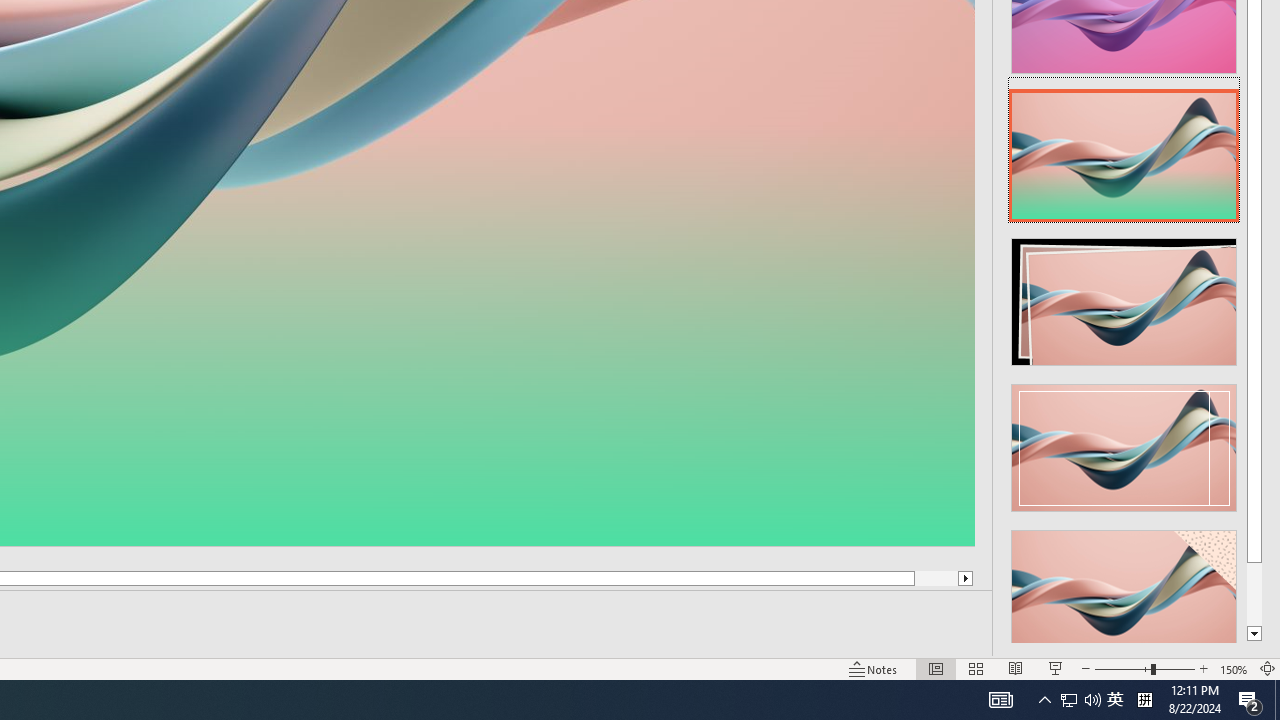  I want to click on 'Design Idea', so click(1124, 586).